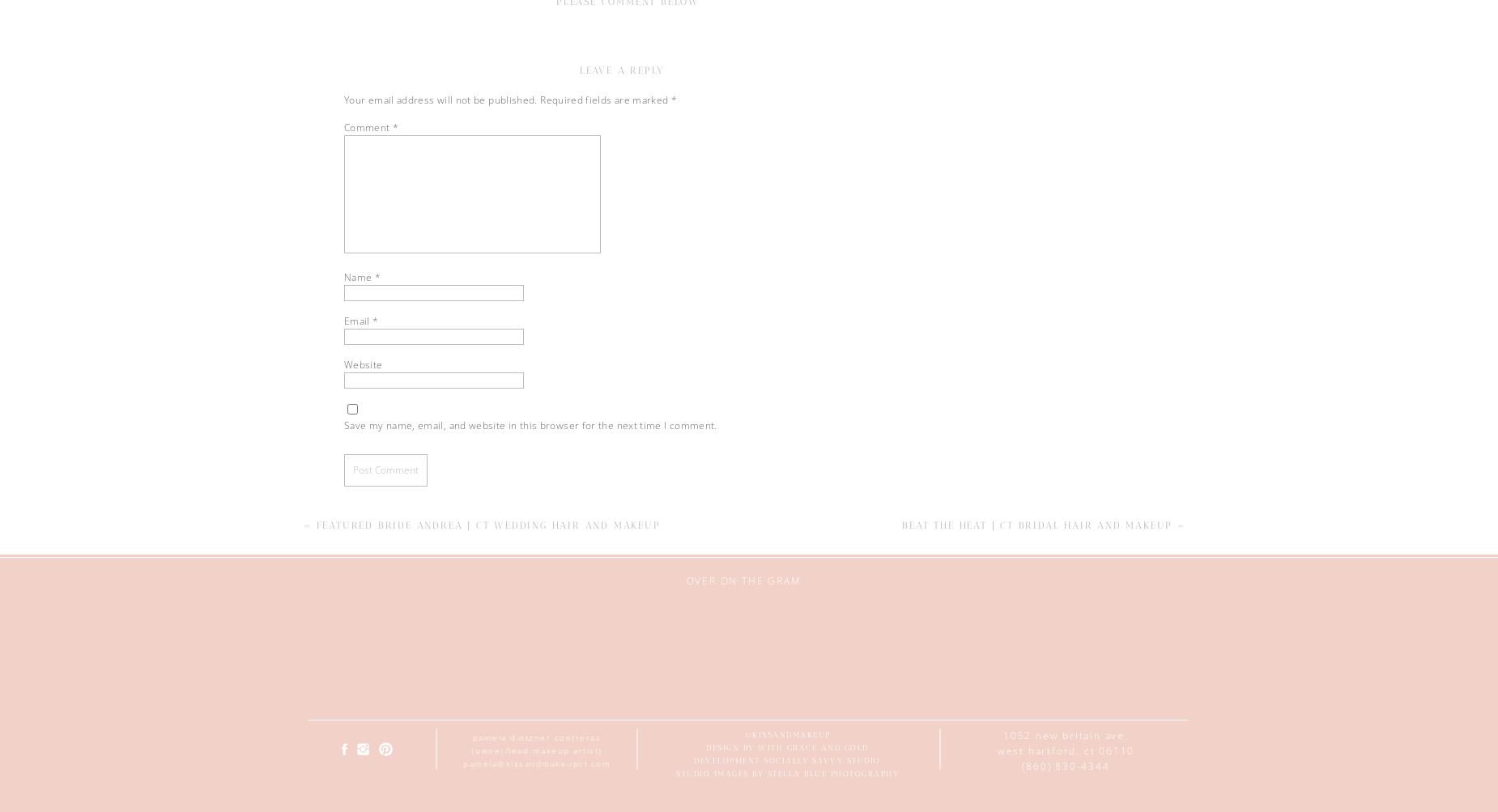 The height and width of the screenshot is (812, 1498). Describe the element at coordinates (487, 525) in the screenshot. I see `'Featured Bride Andrea | CT Wedding Hair and Makeup'` at that location.